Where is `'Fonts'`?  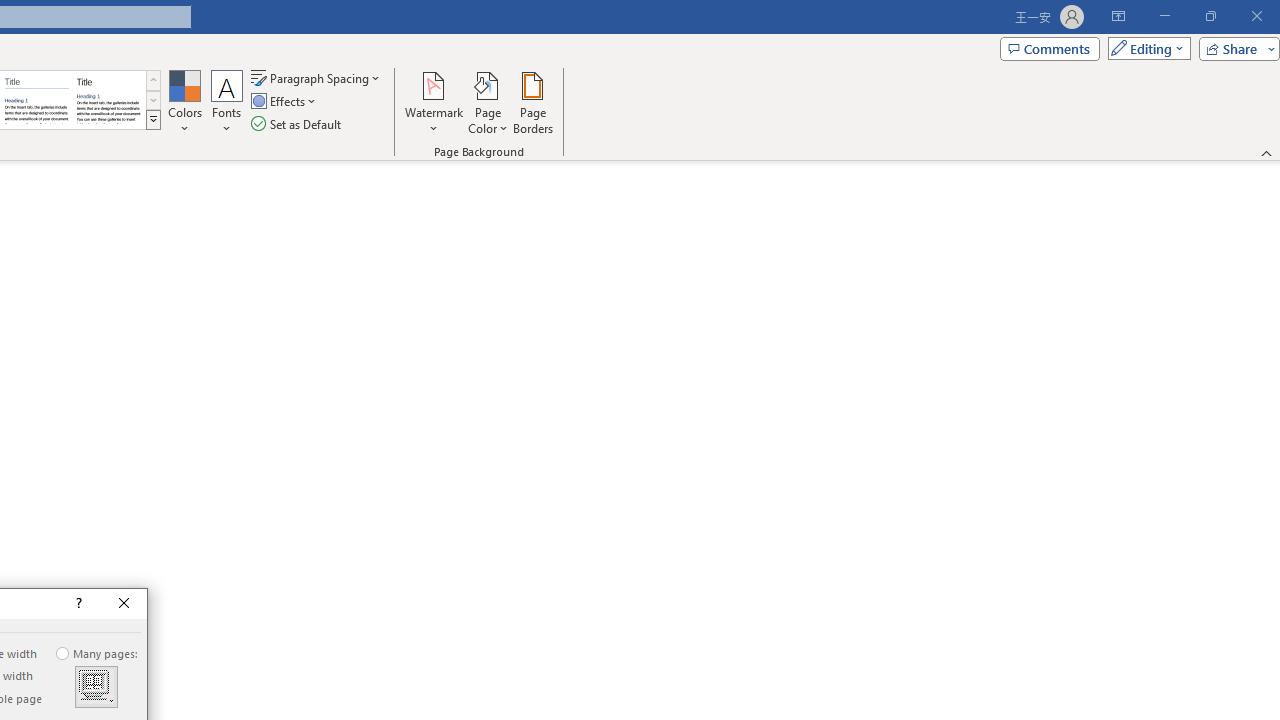 'Fonts' is located at coordinates (227, 103).